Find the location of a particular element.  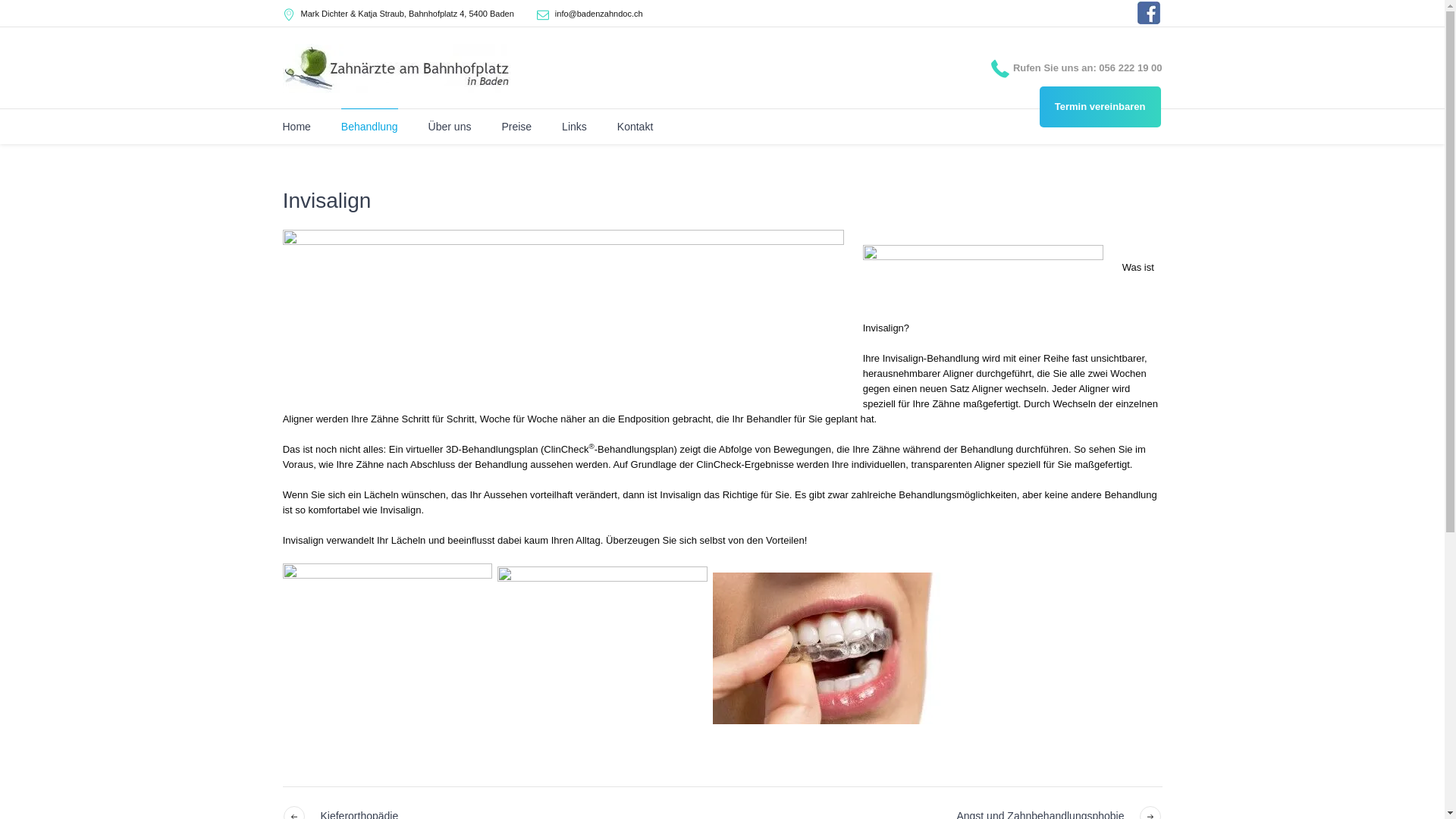

'Termin vereinbaren' is located at coordinates (1100, 106).